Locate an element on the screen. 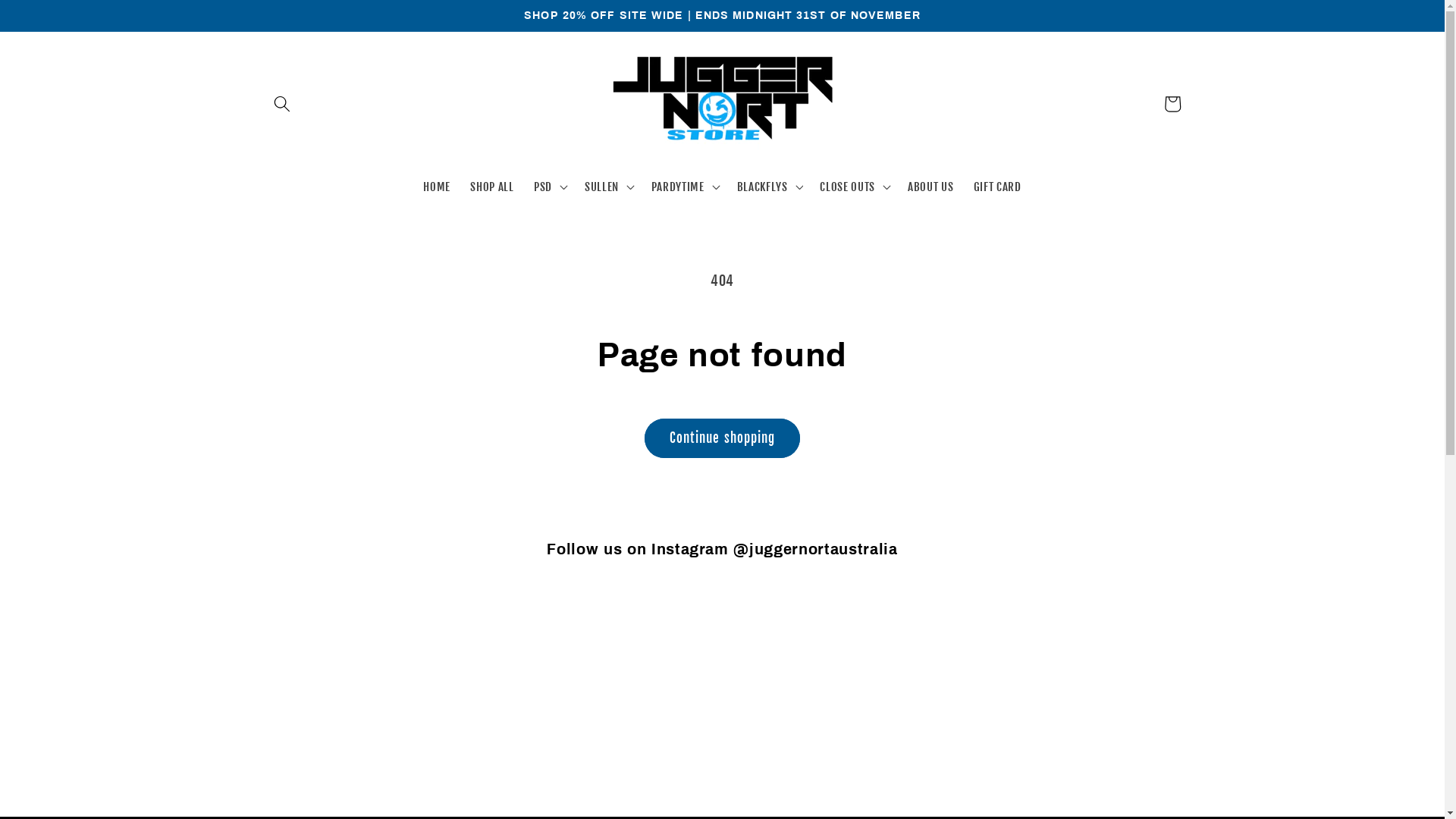 The height and width of the screenshot is (819, 1456). 'GIFT CARD' is located at coordinates (996, 186).